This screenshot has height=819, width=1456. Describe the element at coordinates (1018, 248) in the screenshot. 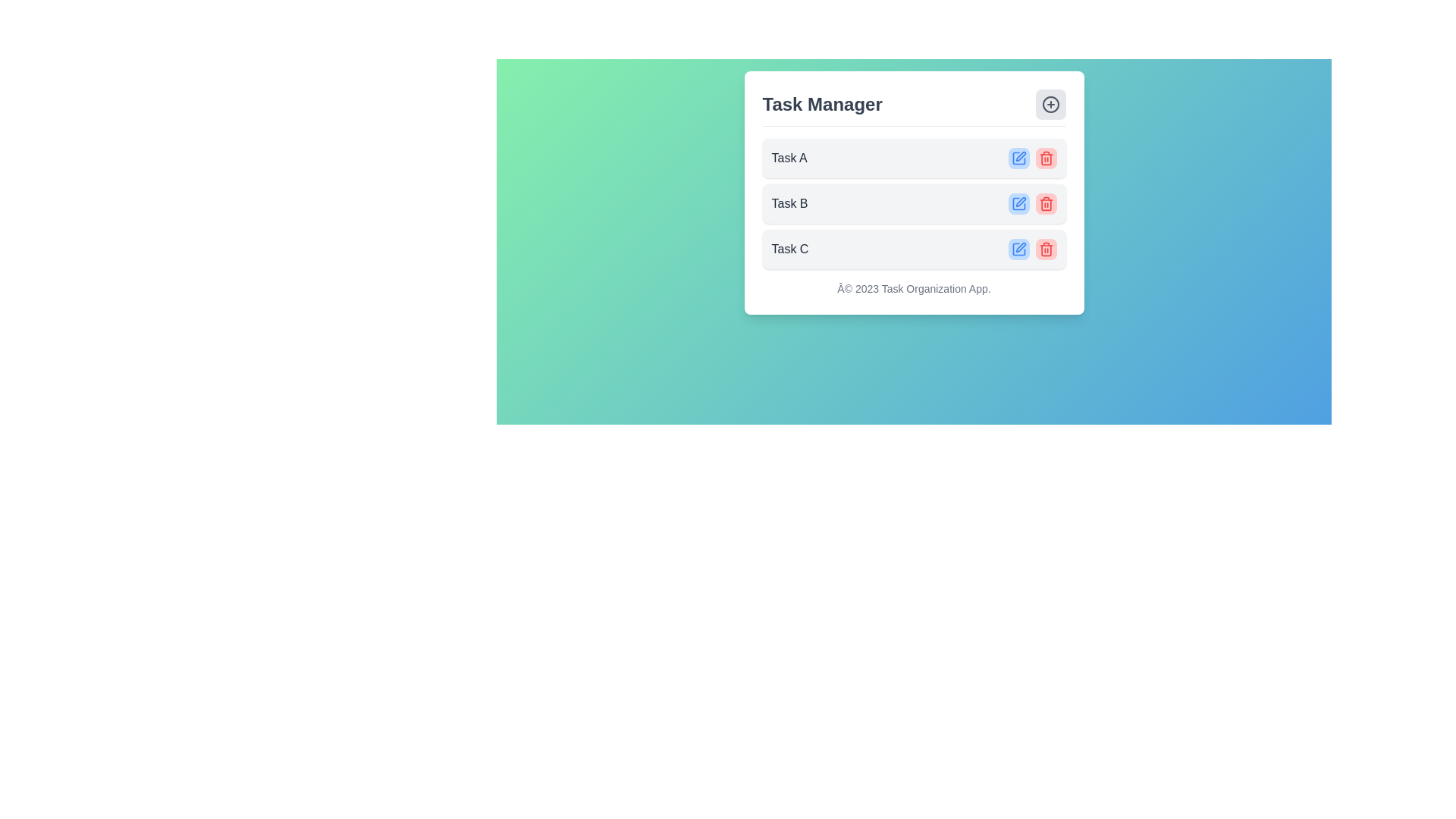

I see `the edit icon button located in the third row of the task list for 'Task C' to initiate the edit action` at that location.